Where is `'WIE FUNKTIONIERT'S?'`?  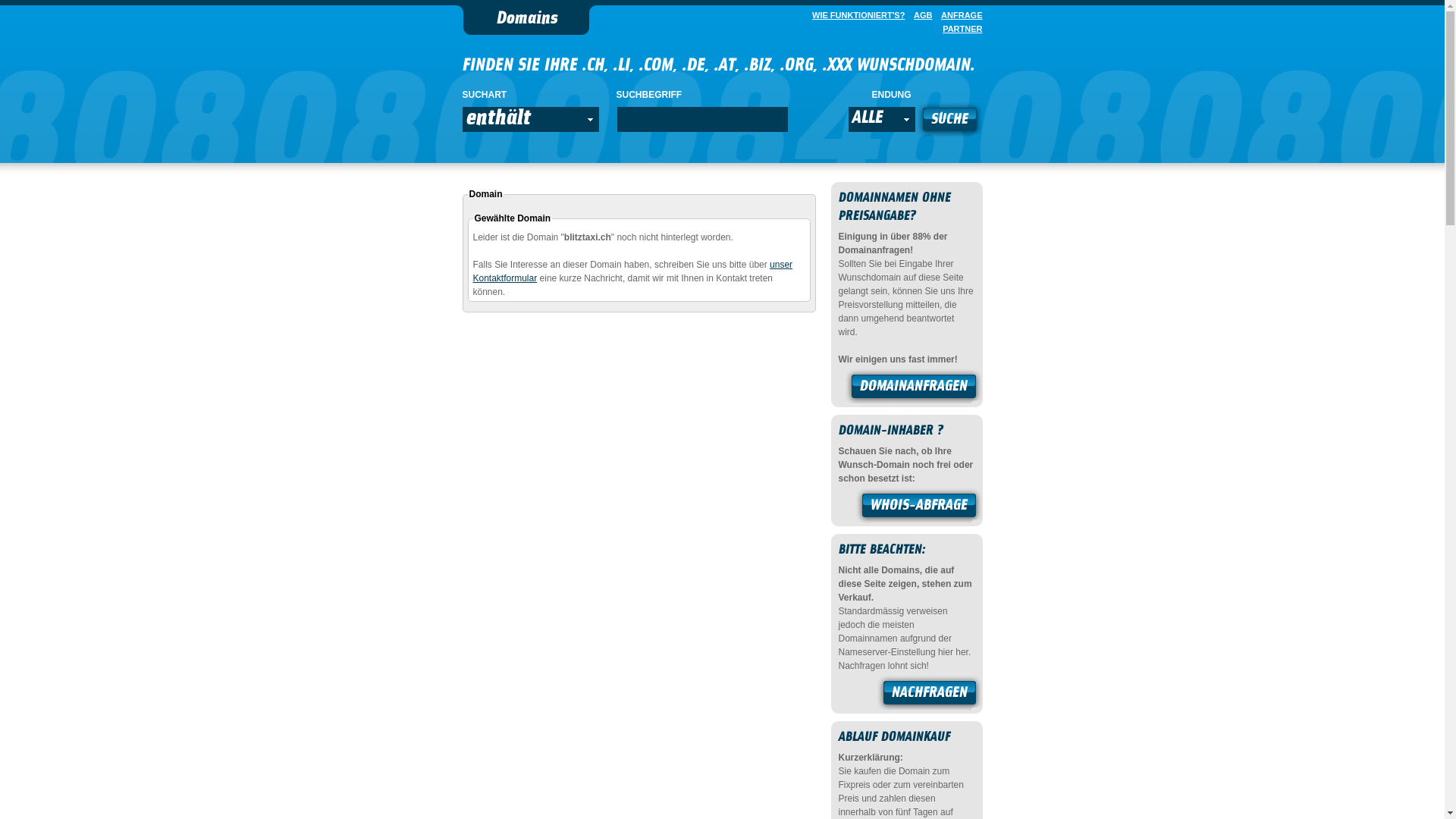 'WIE FUNKTIONIERT'S?' is located at coordinates (855, 14).